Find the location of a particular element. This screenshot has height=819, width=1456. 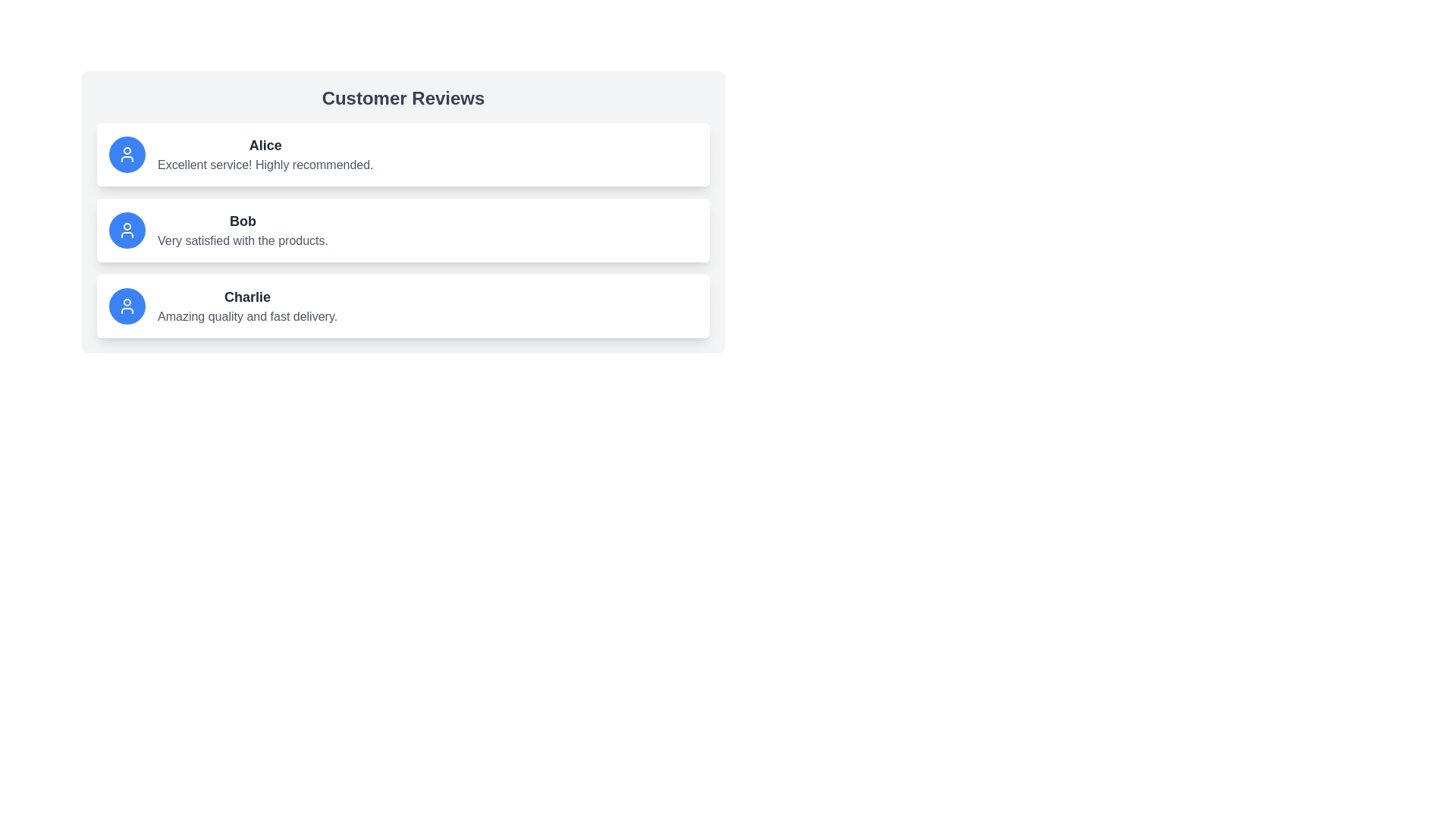

the header text labeled 'Customer Reviews', which is styled in bold and large font, located at the top of the card above the customer reviews is located at coordinates (403, 99).